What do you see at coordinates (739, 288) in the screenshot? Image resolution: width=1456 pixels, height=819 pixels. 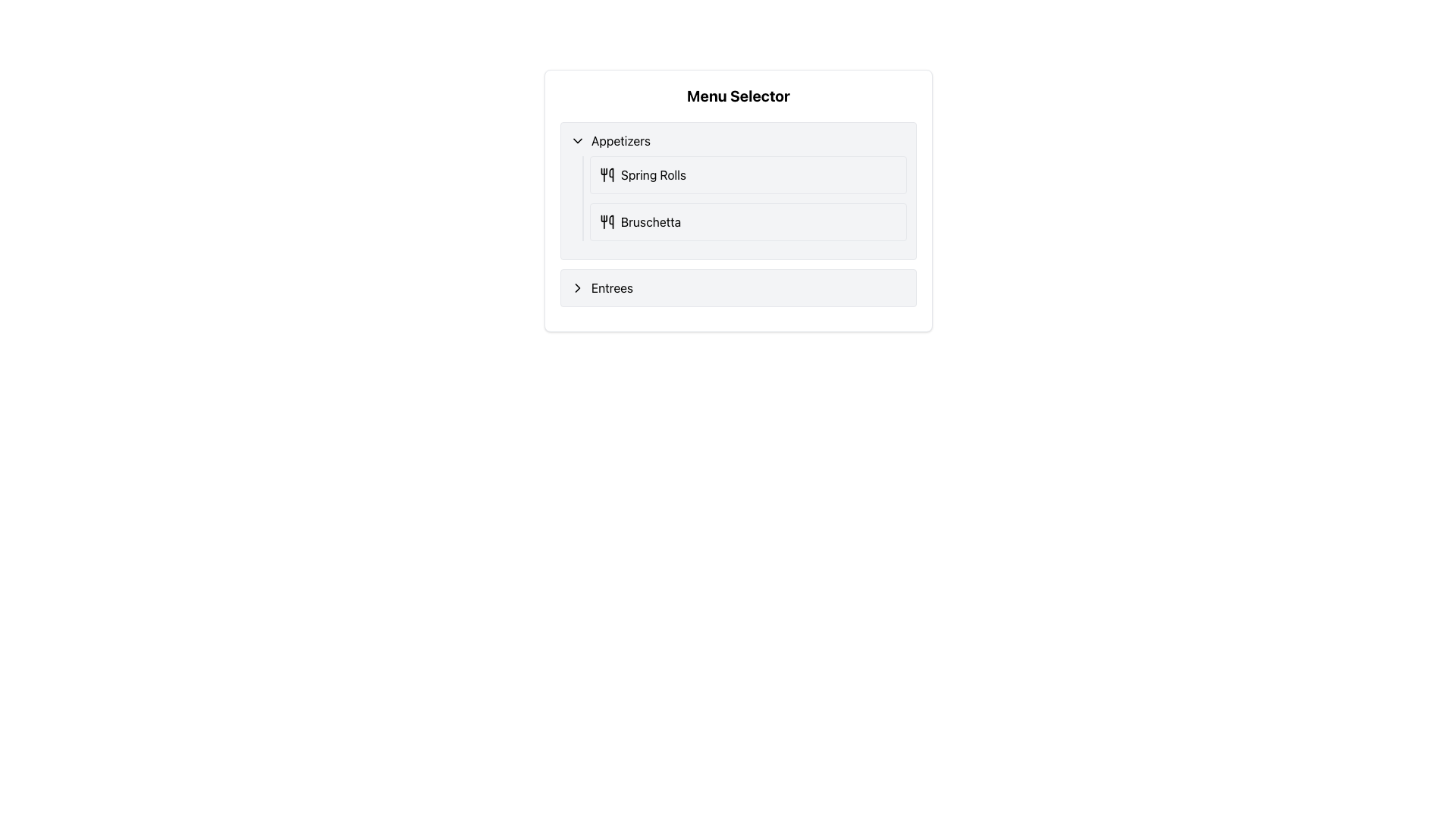 I see `the 'Entrees' menu item located below the 'Appetizers' section` at bounding box center [739, 288].